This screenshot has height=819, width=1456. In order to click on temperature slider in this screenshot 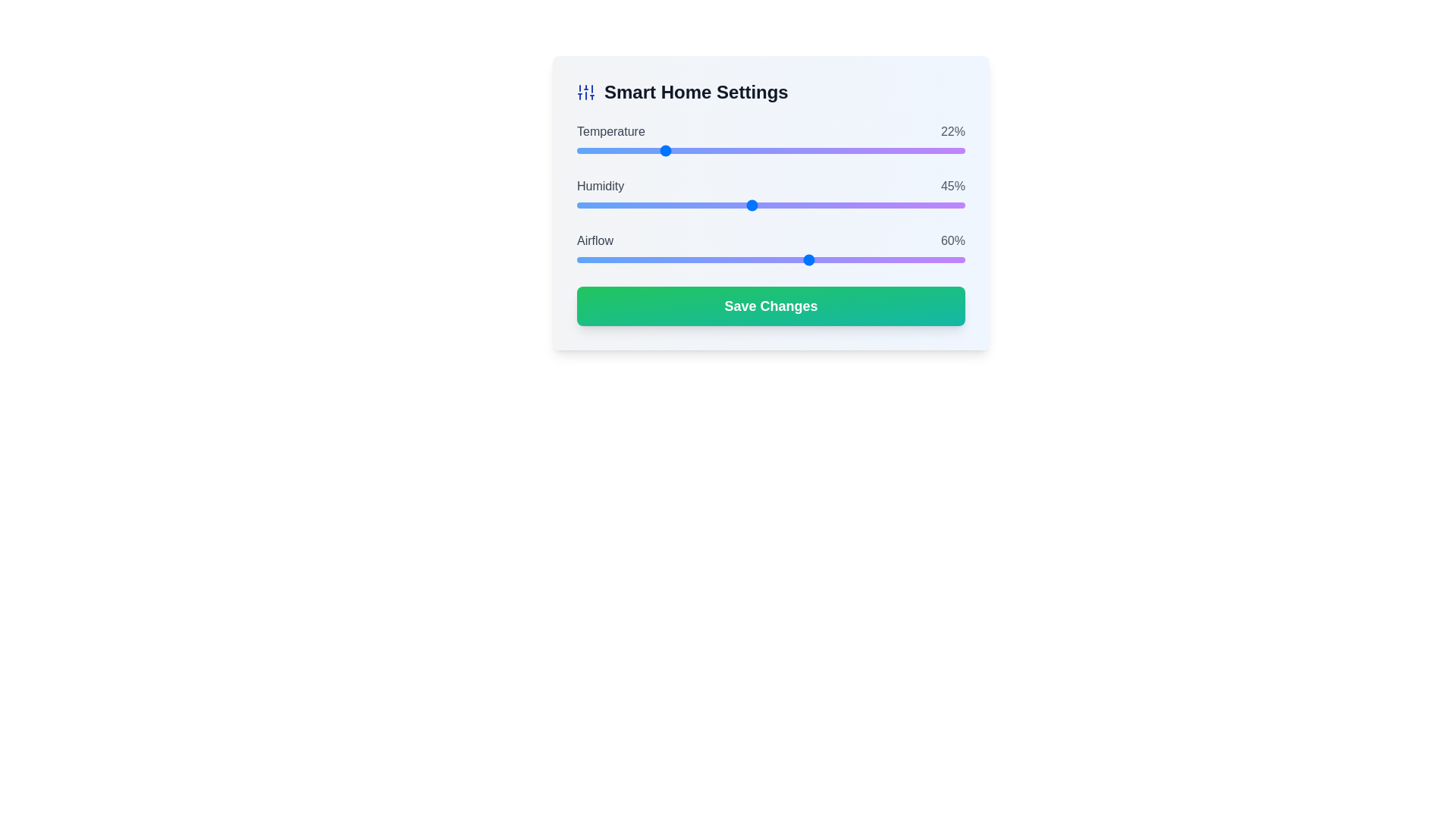, I will do `click(783, 151)`.